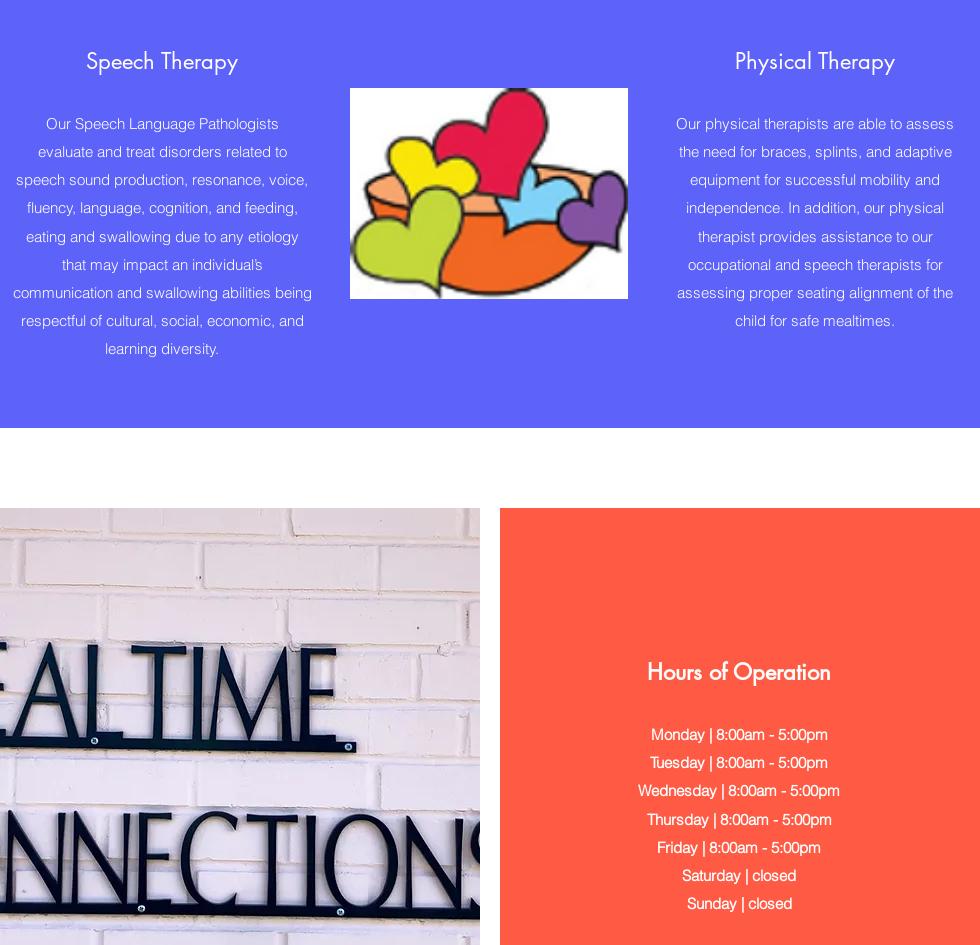 Image resolution: width=980 pixels, height=945 pixels. Describe the element at coordinates (650, 734) in the screenshot. I see `'Monday | 8:00am - 5:00pm'` at that location.